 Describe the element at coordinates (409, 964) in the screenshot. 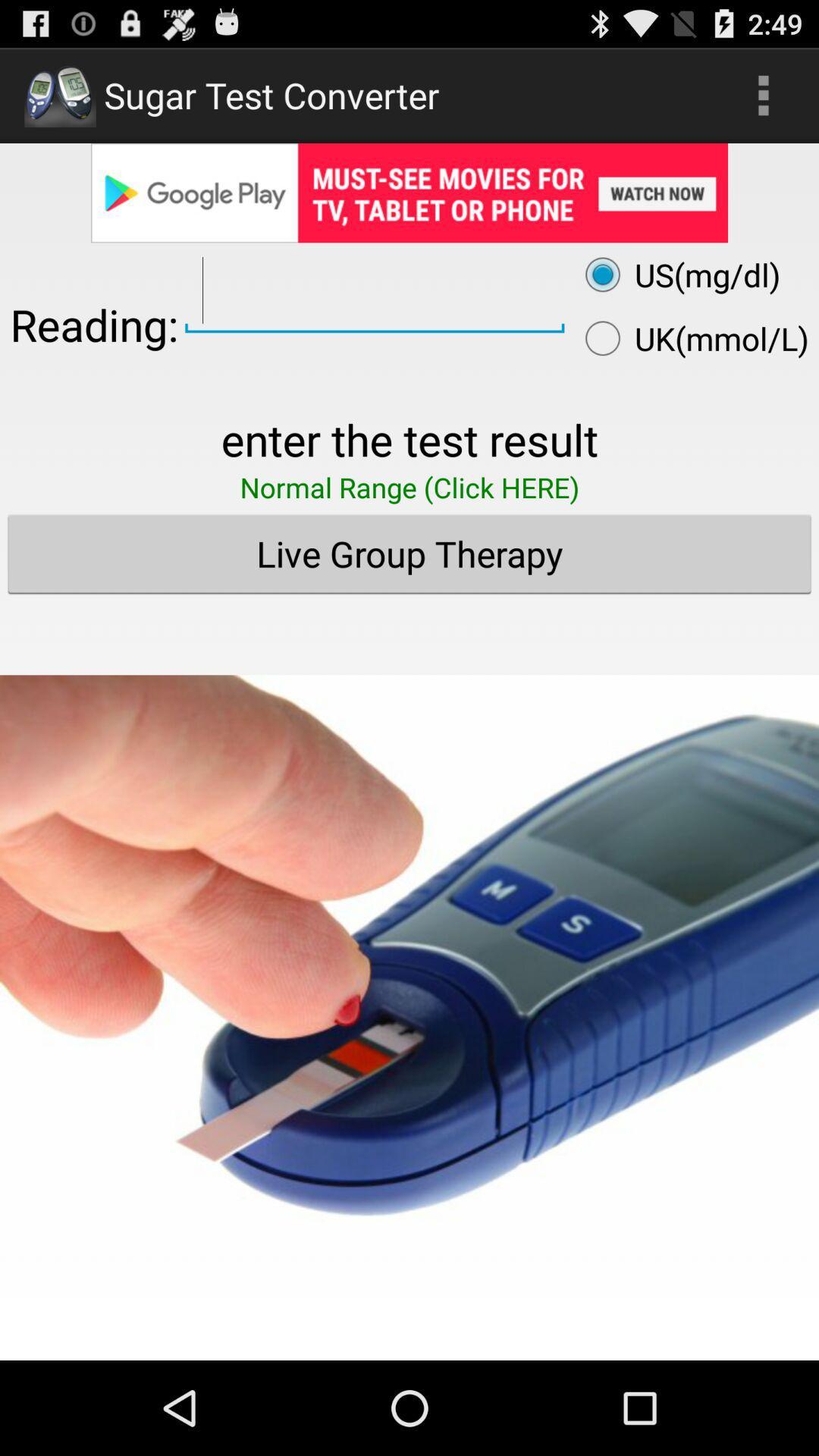

I see `open image` at that location.